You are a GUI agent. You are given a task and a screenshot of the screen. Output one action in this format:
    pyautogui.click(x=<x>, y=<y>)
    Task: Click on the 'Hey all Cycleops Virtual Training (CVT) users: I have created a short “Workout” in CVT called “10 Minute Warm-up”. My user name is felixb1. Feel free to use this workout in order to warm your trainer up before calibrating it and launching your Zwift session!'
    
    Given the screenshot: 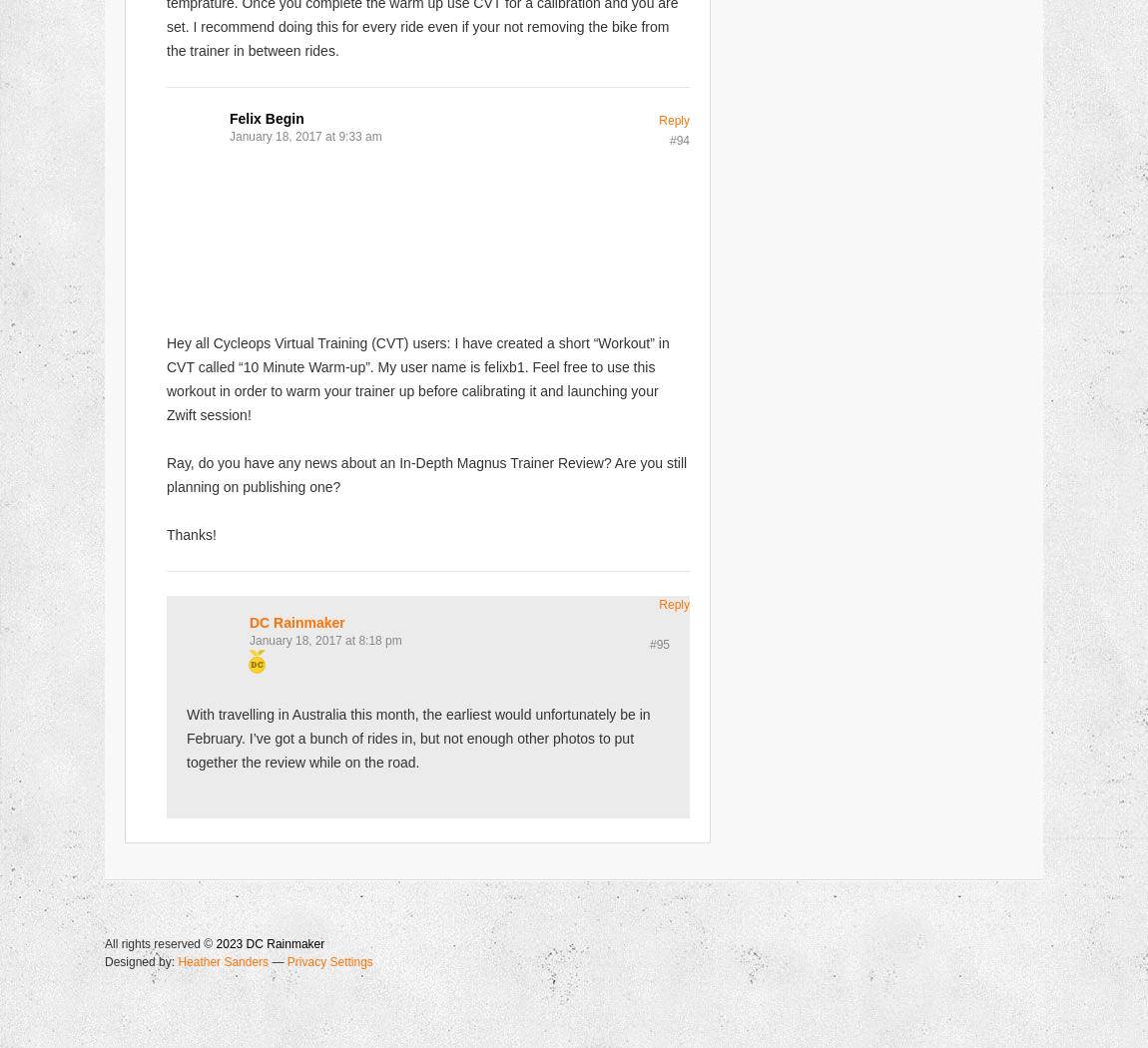 What is the action you would take?
    pyautogui.click(x=165, y=378)
    